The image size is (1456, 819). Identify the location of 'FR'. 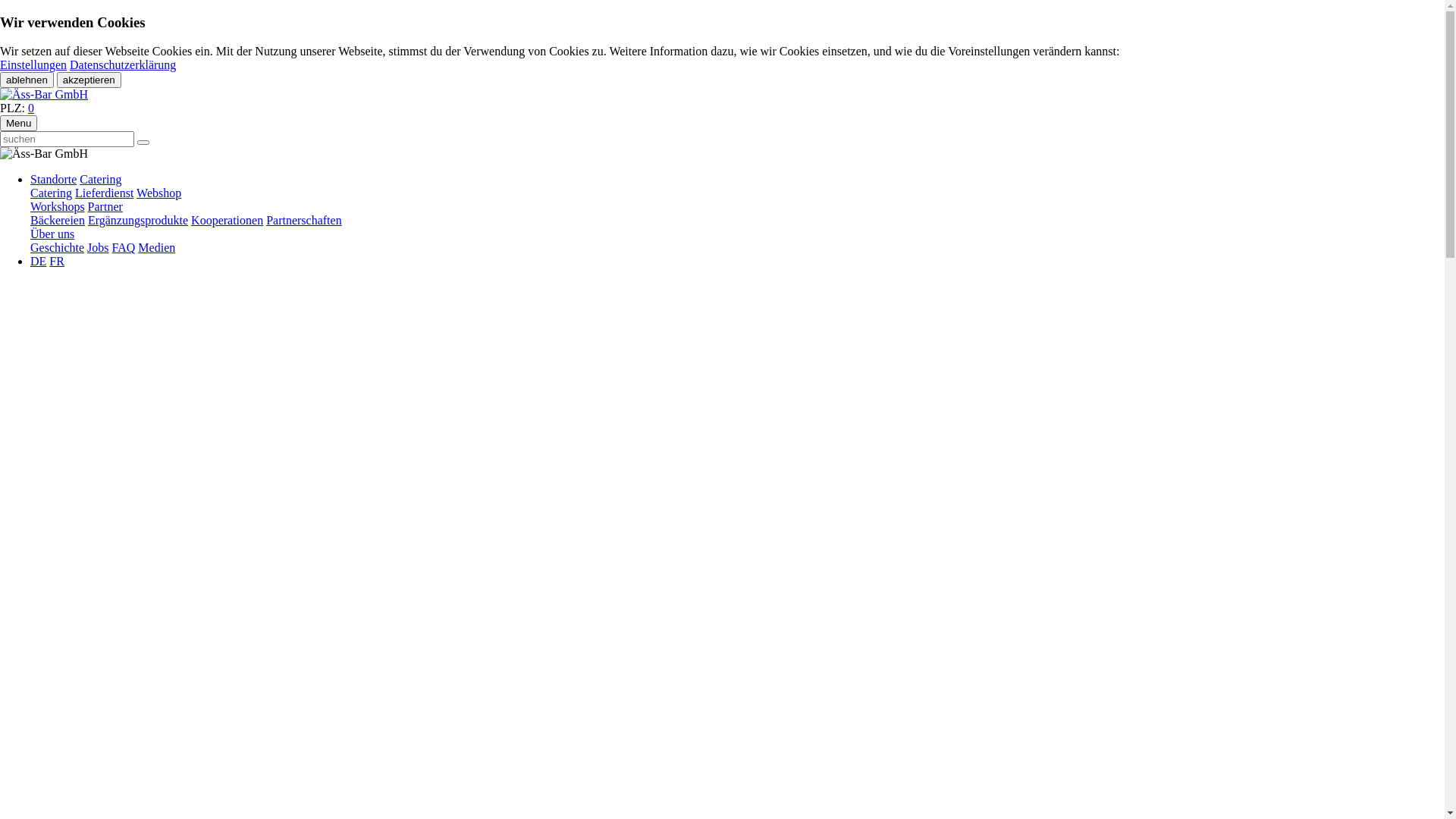
(57, 260).